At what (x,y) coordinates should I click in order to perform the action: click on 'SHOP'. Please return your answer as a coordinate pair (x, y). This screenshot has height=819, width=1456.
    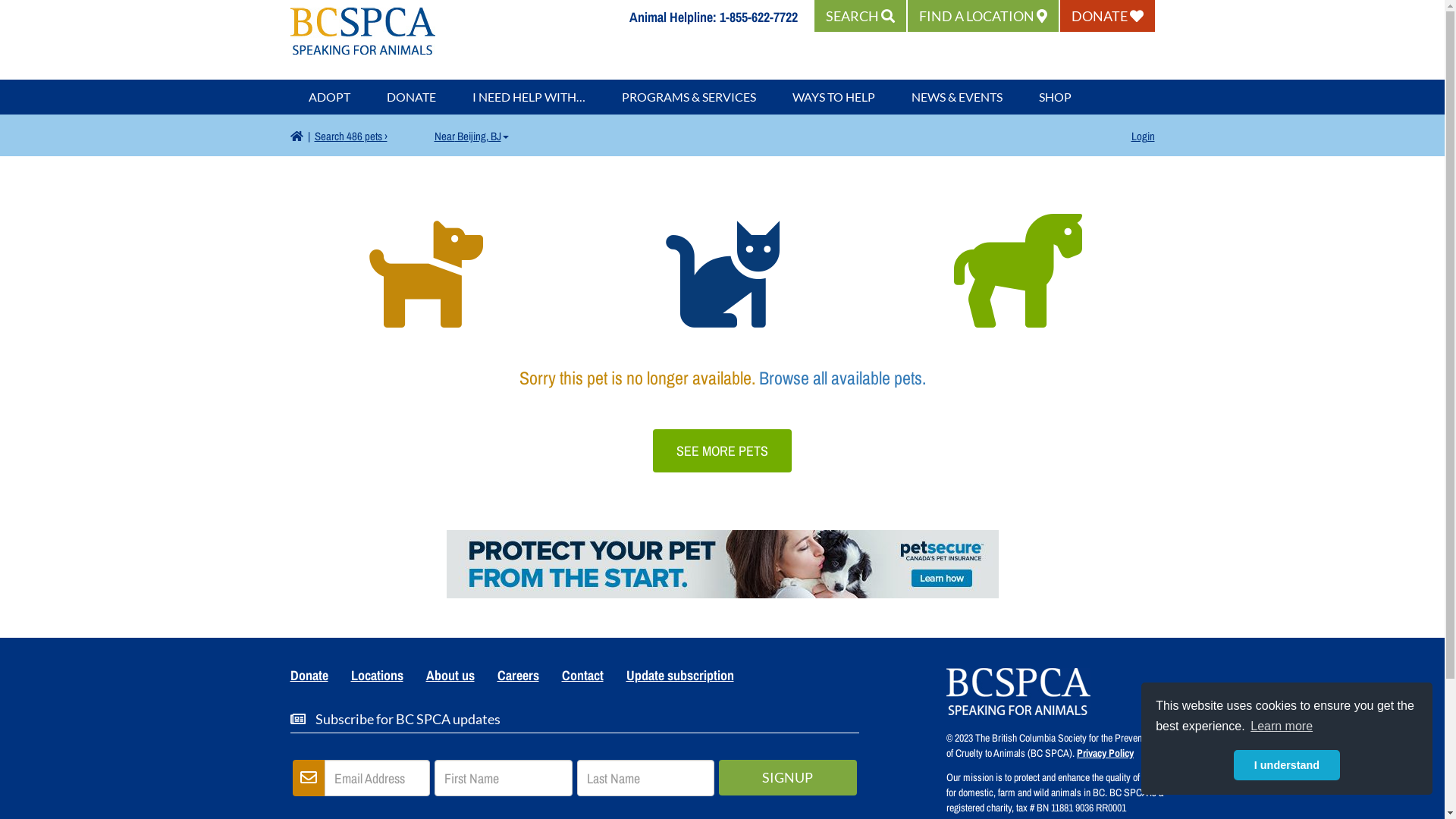
    Looking at the image, I should click on (1054, 96).